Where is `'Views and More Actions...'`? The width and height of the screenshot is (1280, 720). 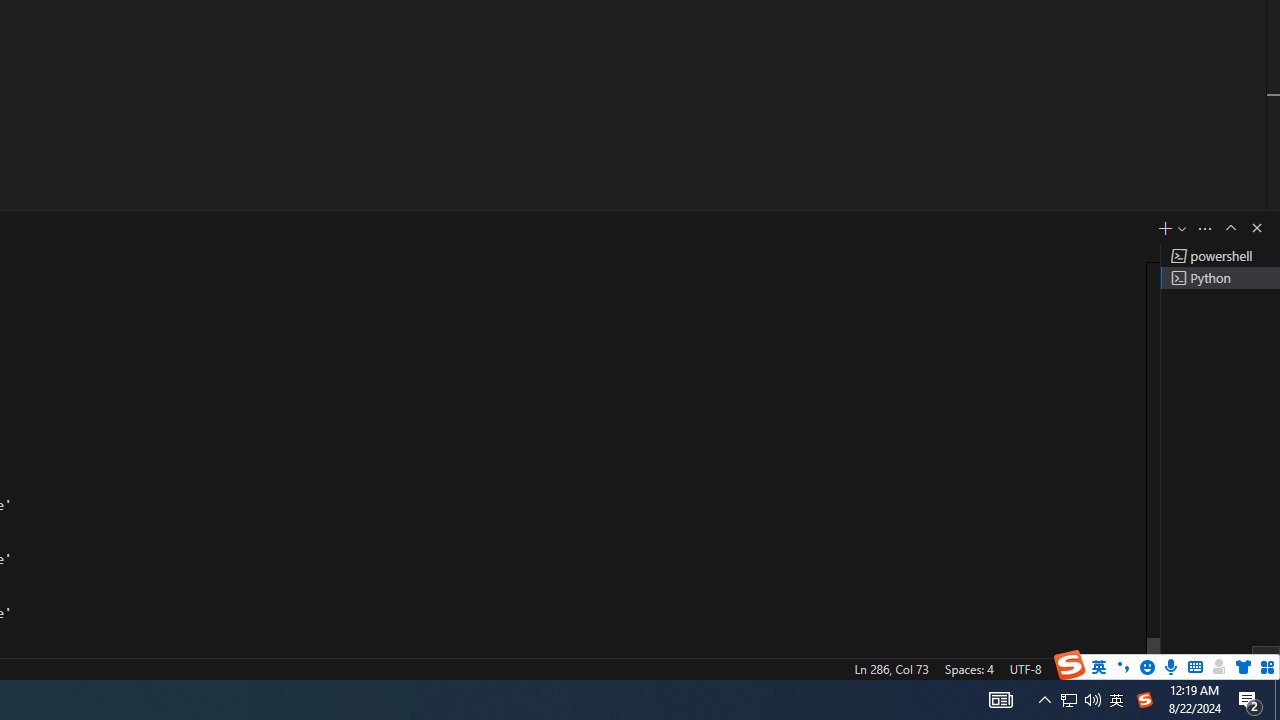 'Views and More Actions...' is located at coordinates (1204, 227).